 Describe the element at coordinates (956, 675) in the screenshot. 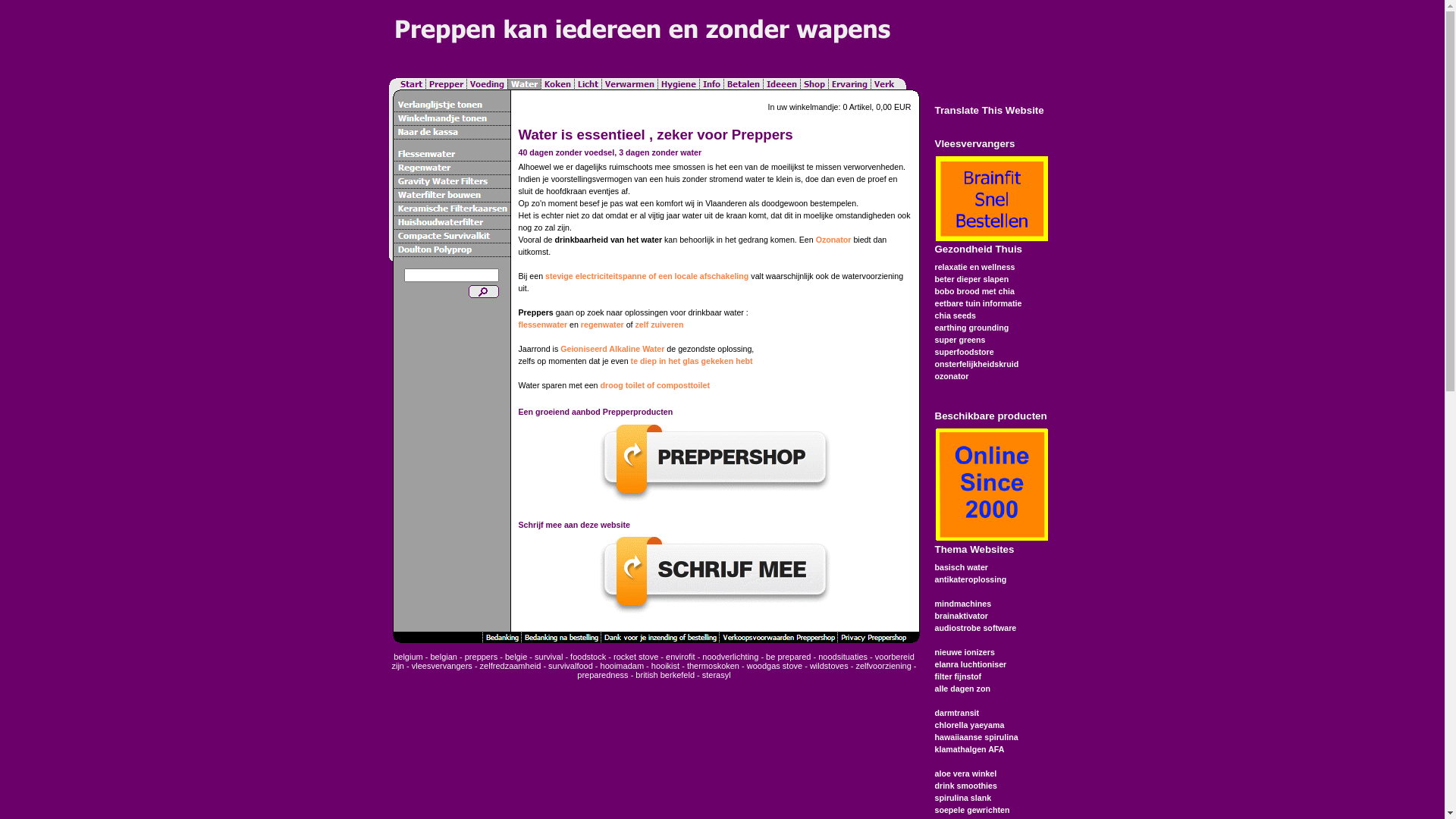

I see `'filter fijnstof'` at that location.